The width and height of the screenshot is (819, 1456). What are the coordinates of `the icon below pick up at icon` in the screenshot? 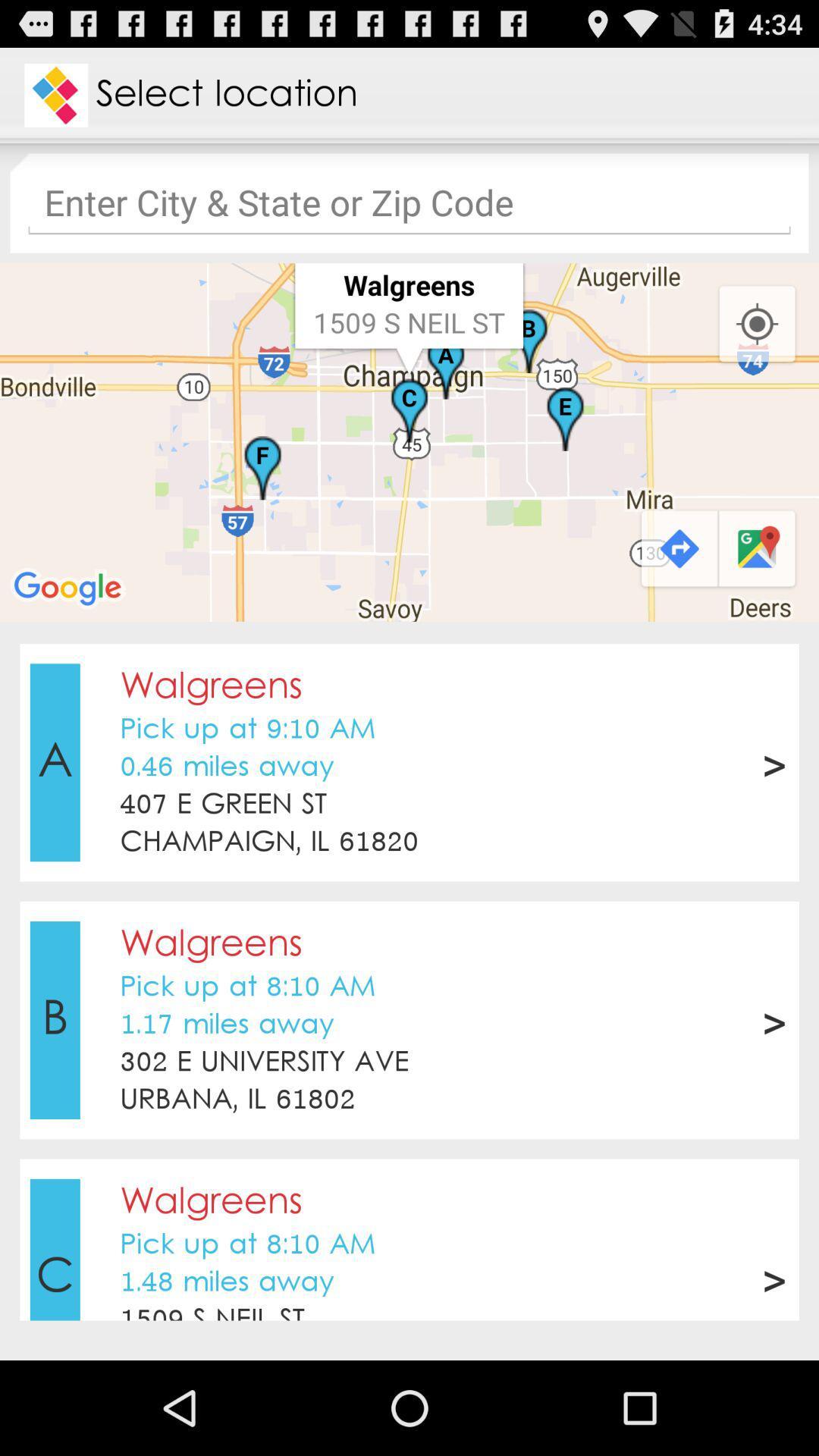 It's located at (227, 767).